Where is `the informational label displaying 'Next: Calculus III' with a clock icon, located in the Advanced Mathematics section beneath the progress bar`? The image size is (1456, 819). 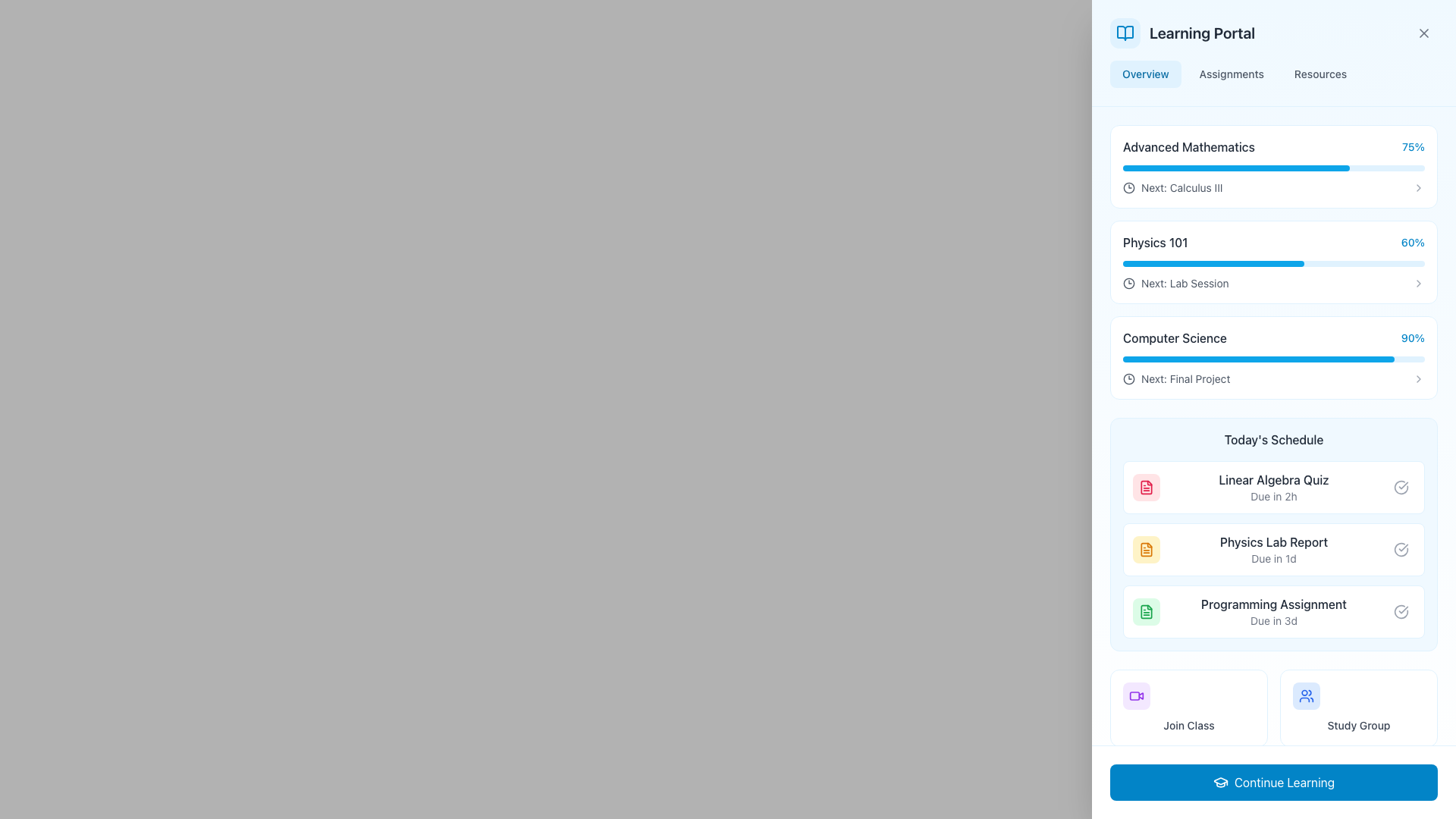 the informational label displaying 'Next: Calculus III' with a clock icon, located in the Advanced Mathematics section beneath the progress bar is located at coordinates (1172, 187).